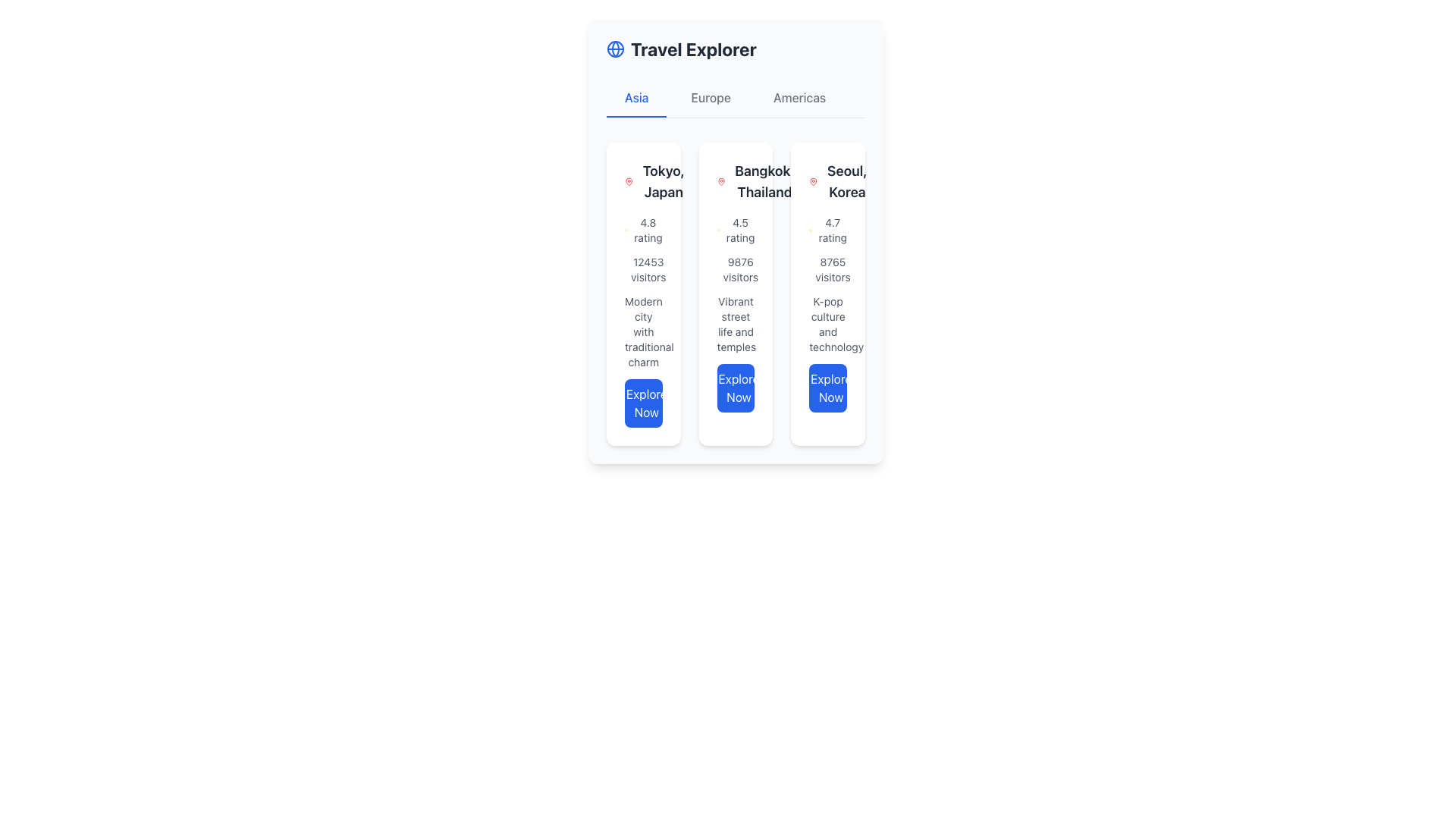  I want to click on textual information from the Bangkok, Thailand Card component, which is the second panel in the grid layout, featuring details about the location, rating, number of visitors, and a description, so click(736, 294).